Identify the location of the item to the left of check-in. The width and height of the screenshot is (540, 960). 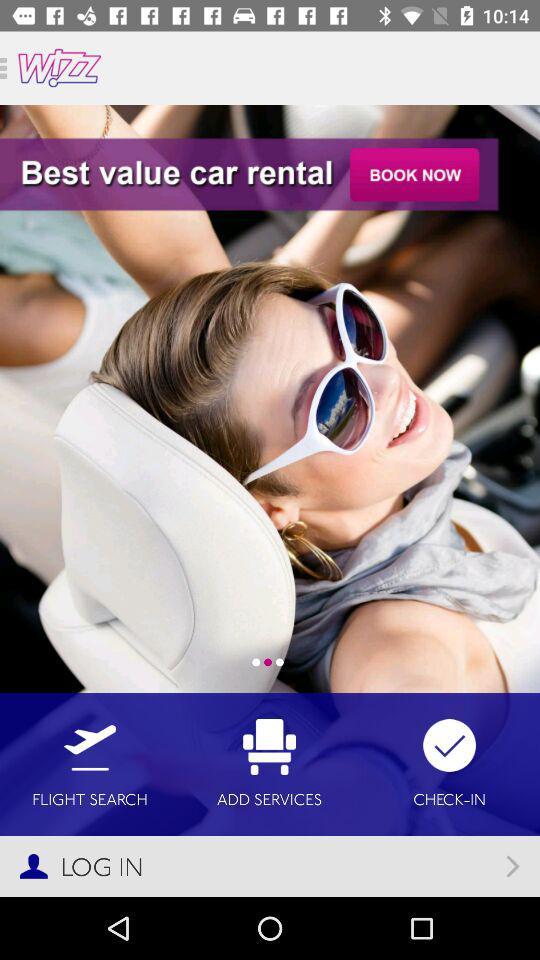
(269, 763).